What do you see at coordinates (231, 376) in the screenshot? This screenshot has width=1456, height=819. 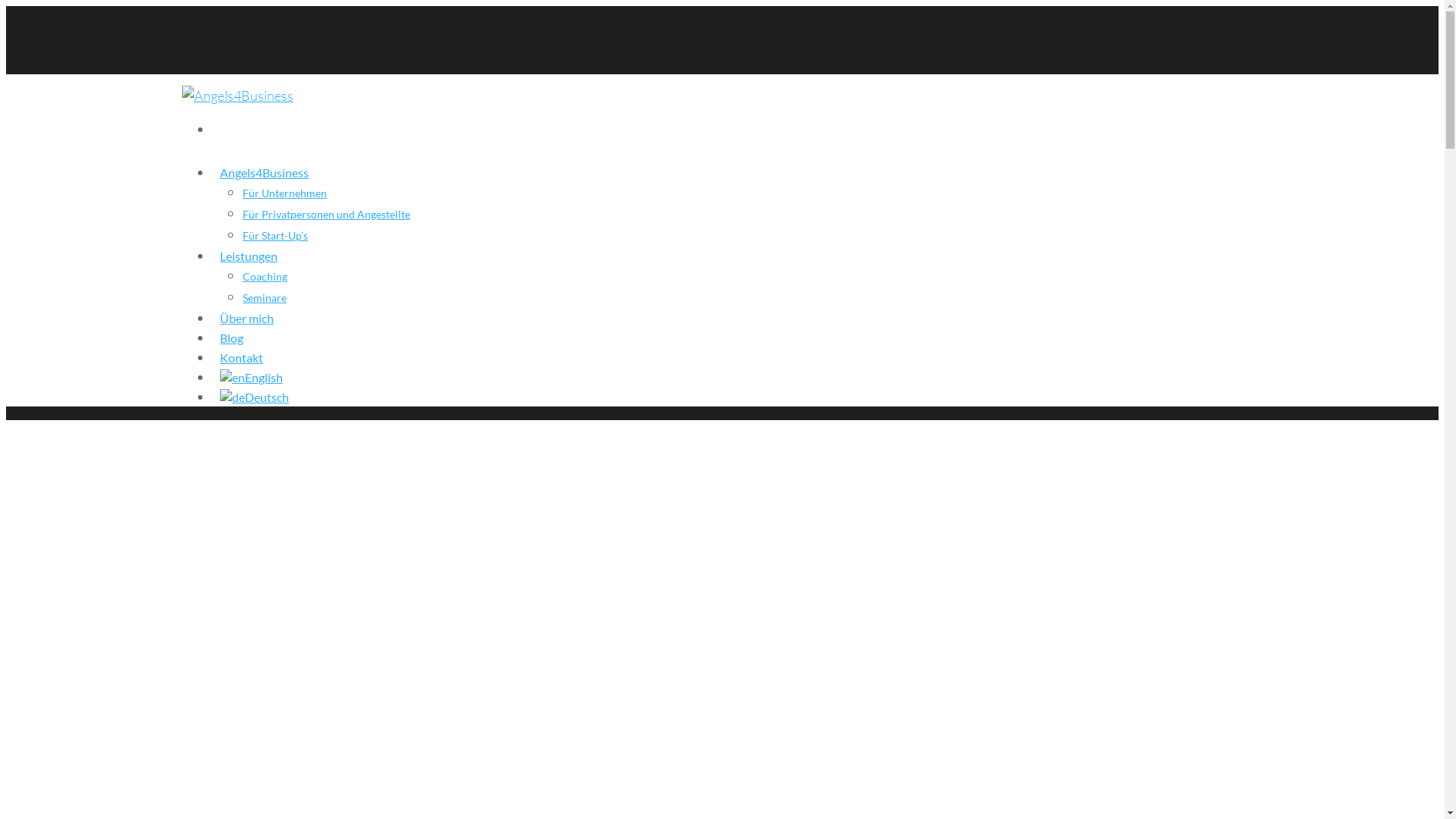 I see `'English'` at bounding box center [231, 376].